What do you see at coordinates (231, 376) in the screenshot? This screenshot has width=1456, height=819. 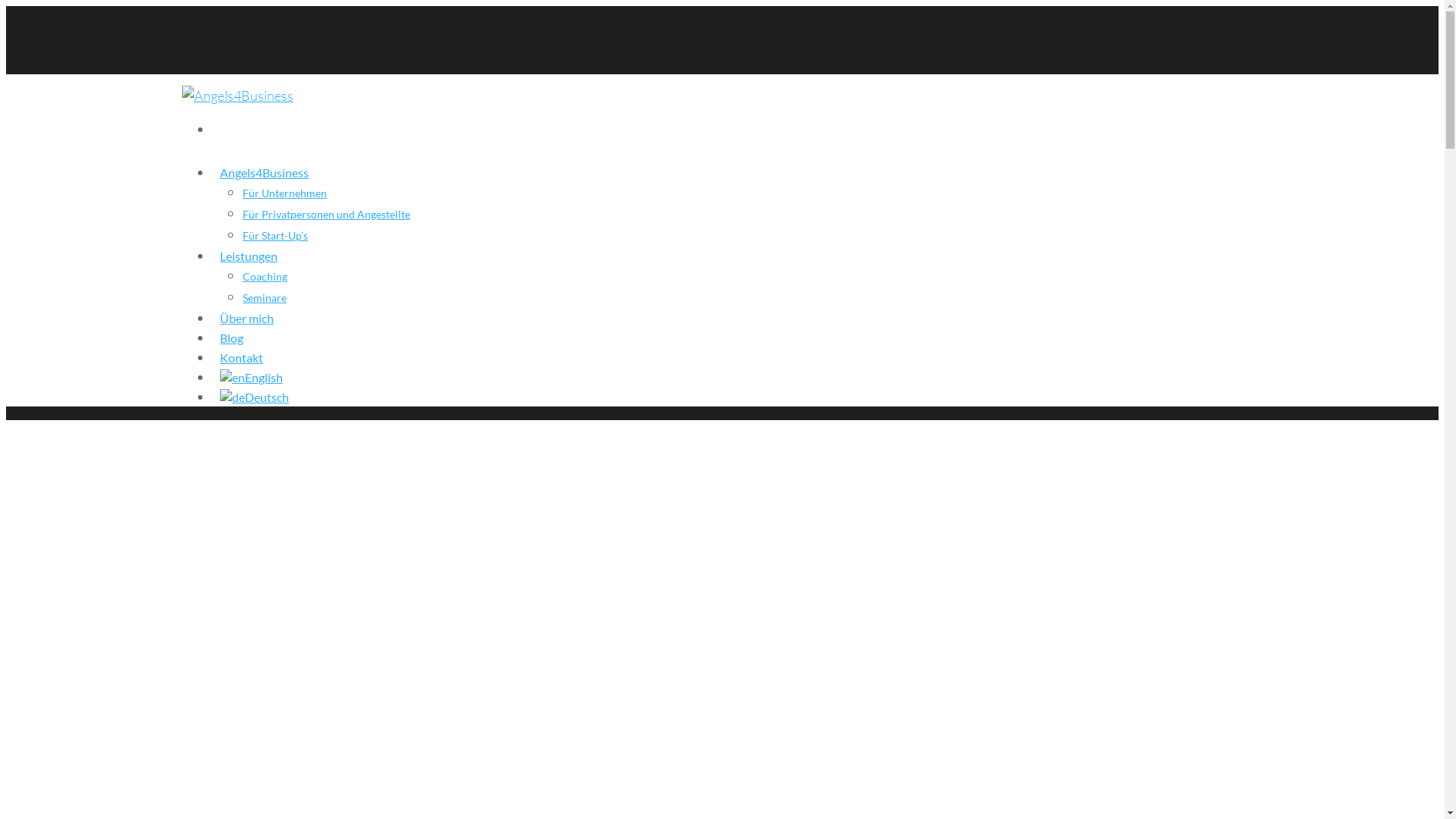 I see `'English'` at bounding box center [231, 376].